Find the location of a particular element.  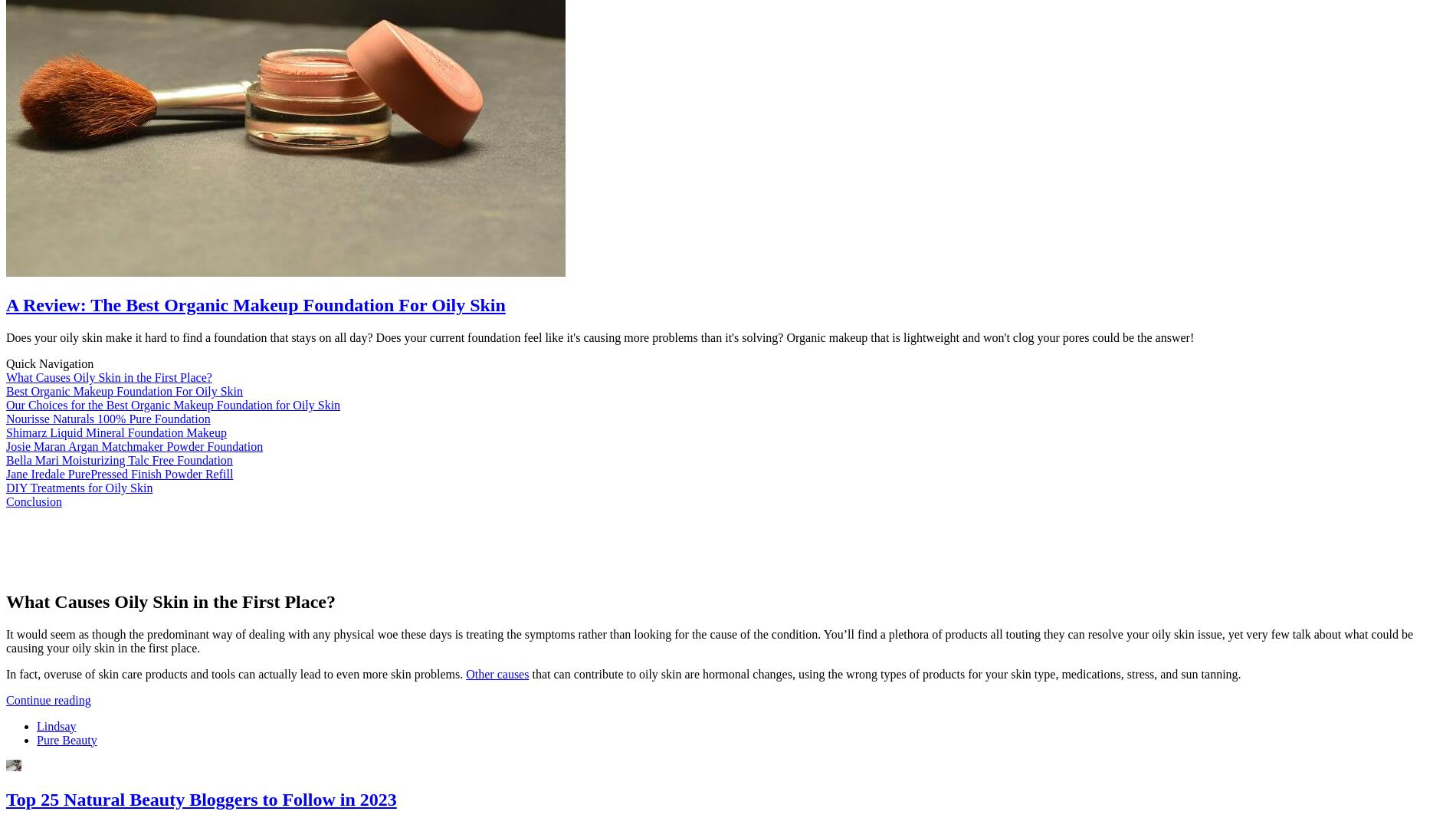

'Our Choices for the Best Organic Makeup Foundation for Oily Skin' is located at coordinates (172, 403).